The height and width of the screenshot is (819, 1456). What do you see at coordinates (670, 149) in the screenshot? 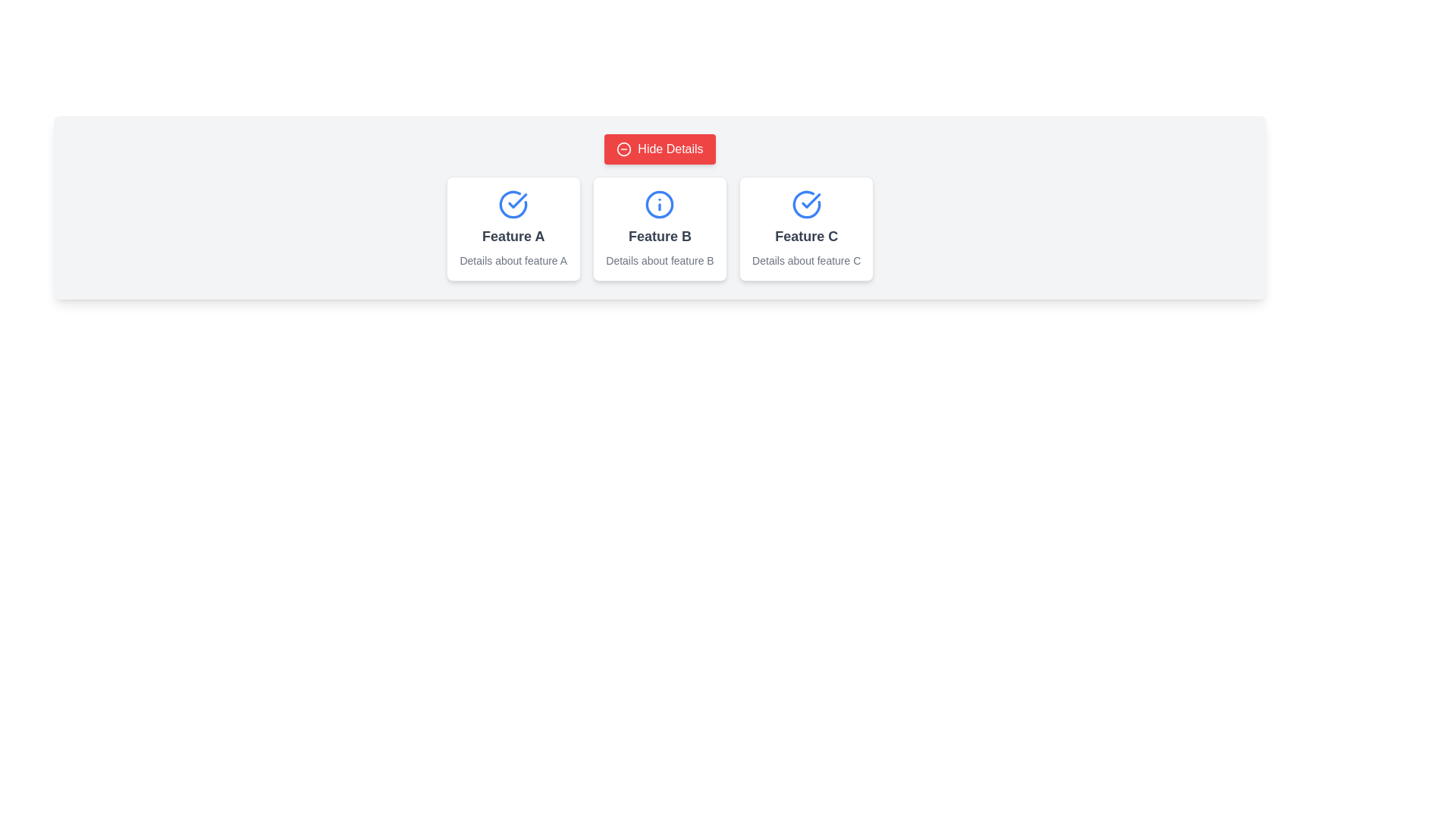
I see `the 'Hide Details' button, which is a text label styled in white on a red background` at bounding box center [670, 149].